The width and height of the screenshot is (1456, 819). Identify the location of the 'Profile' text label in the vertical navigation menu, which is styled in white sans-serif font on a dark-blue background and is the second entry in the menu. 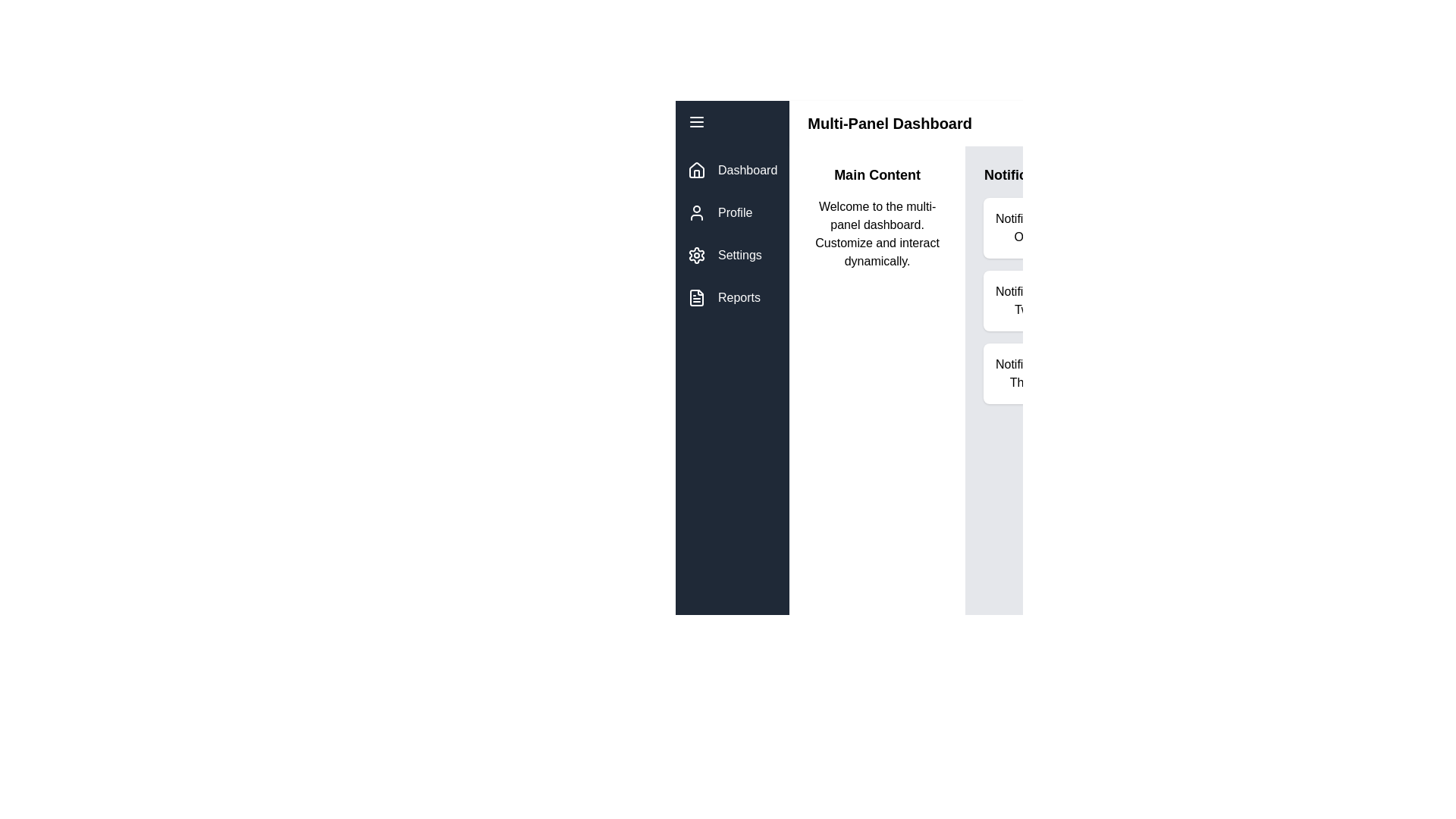
(735, 213).